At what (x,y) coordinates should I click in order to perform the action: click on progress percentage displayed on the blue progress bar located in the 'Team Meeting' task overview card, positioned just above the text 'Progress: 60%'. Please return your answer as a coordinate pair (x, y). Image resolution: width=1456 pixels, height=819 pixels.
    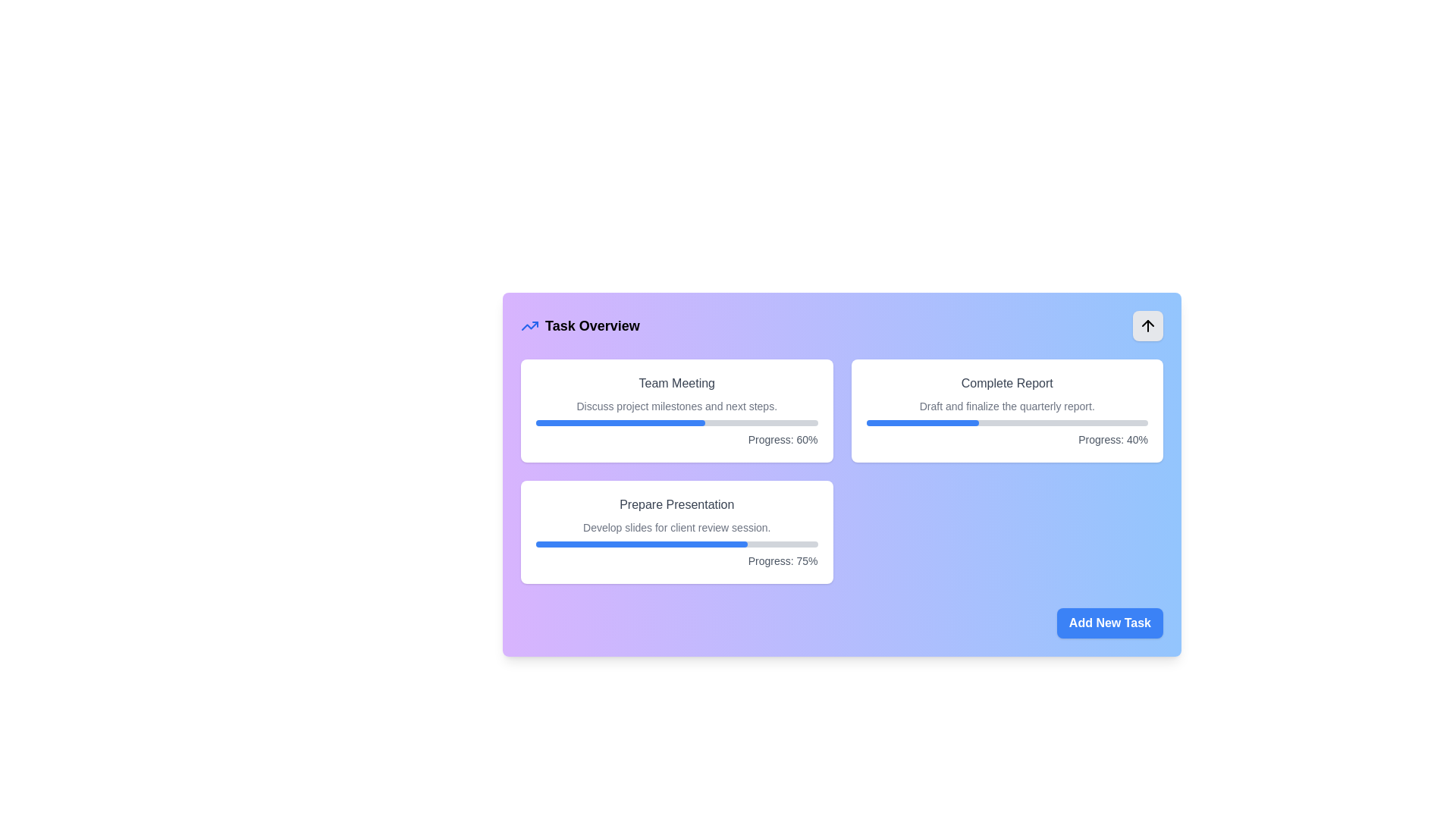
    Looking at the image, I should click on (620, 423).